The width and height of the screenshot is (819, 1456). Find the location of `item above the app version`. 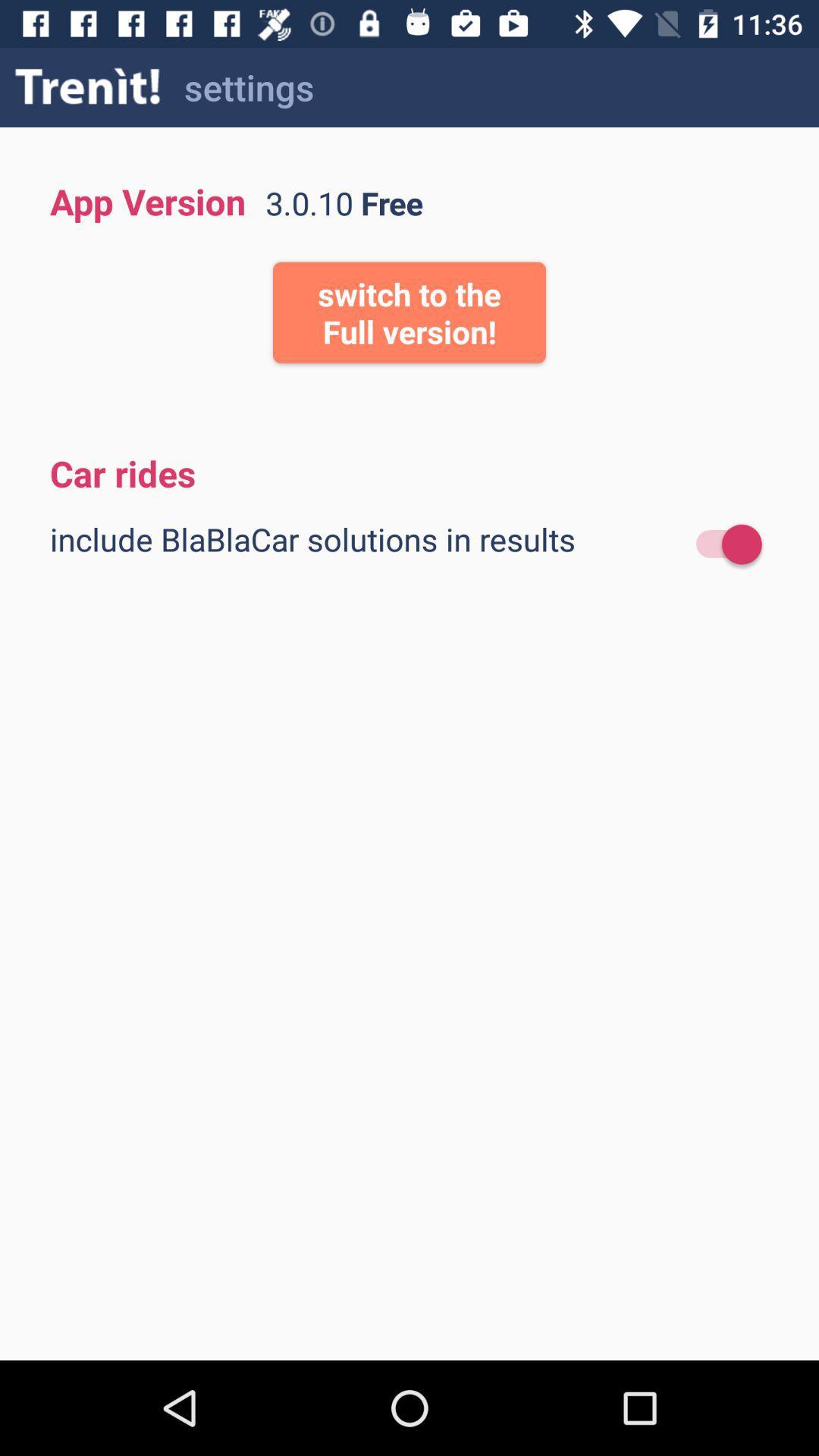

item above the app version is located at coordinates (88, 86).